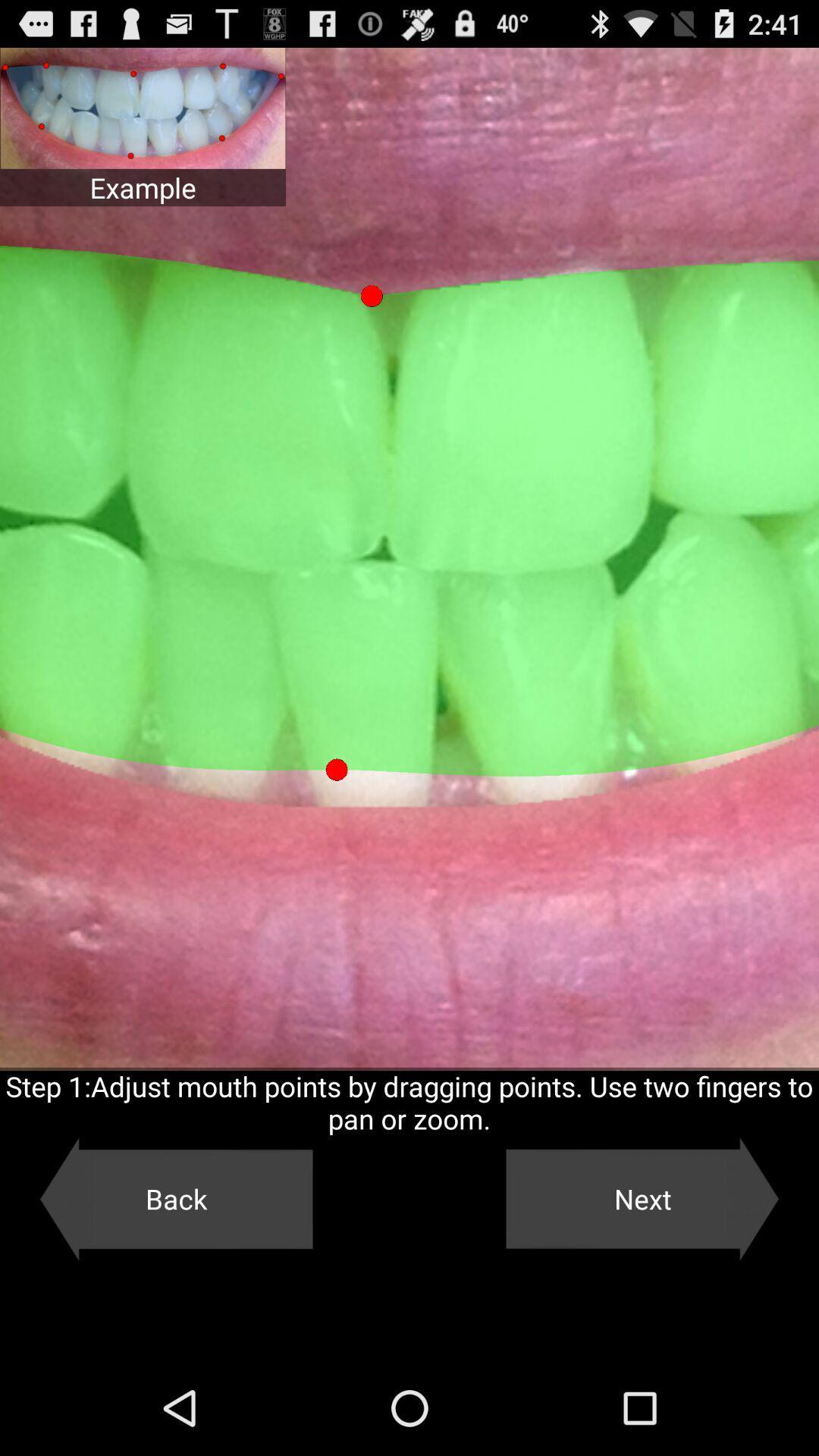  What do you see at coordinates (642, 1198) in the screenshot?
I see `button to the right of the back` at bounding box center [642, 1198].